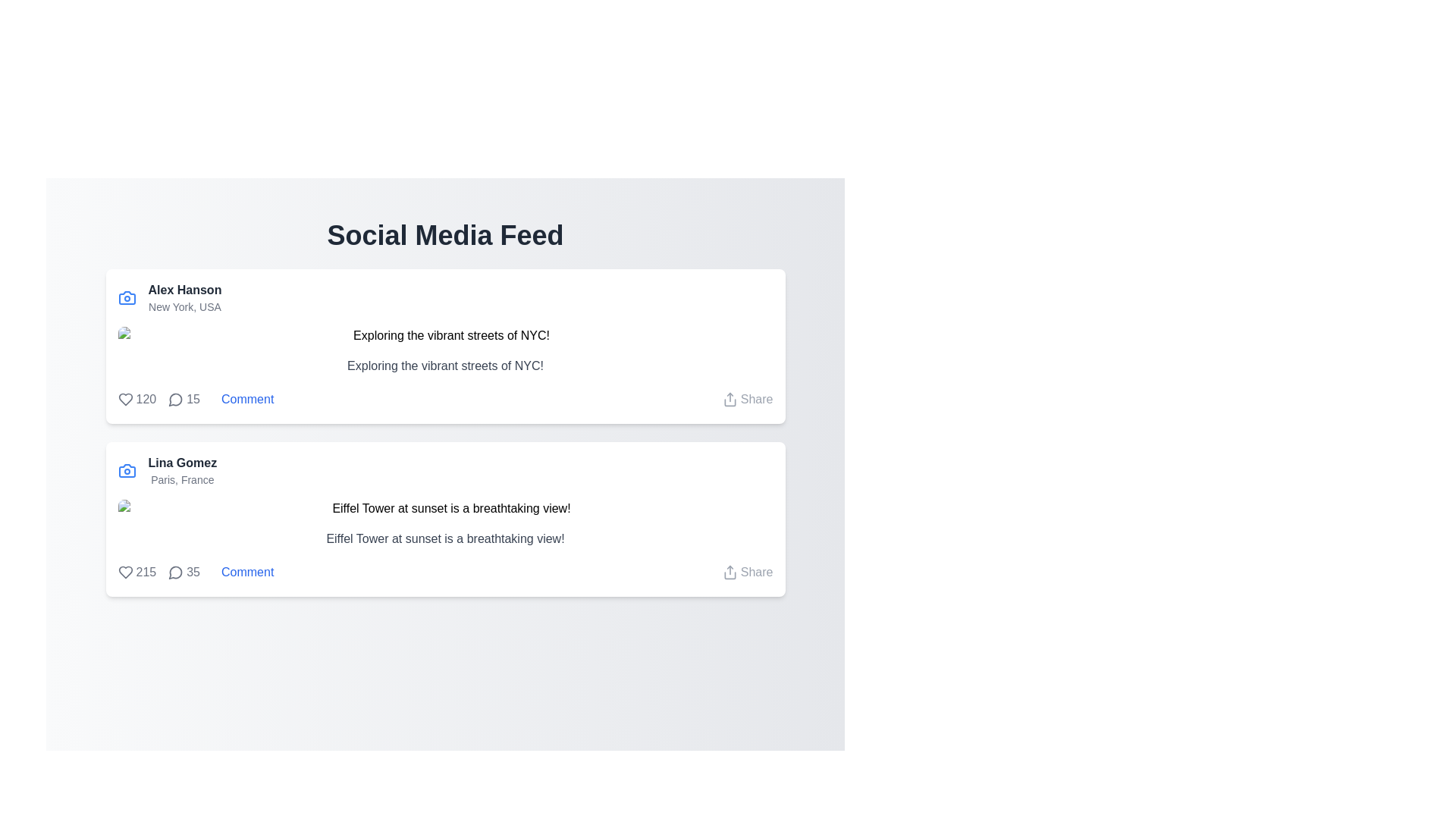 This screenshot has width=1456, height=819. What do you see at coordinates (182, 470) in the screenshot?
I see `the text label displaying the user's name and location in the top-left corner of the second post in the social media feed` at bounding box center [182, 470].